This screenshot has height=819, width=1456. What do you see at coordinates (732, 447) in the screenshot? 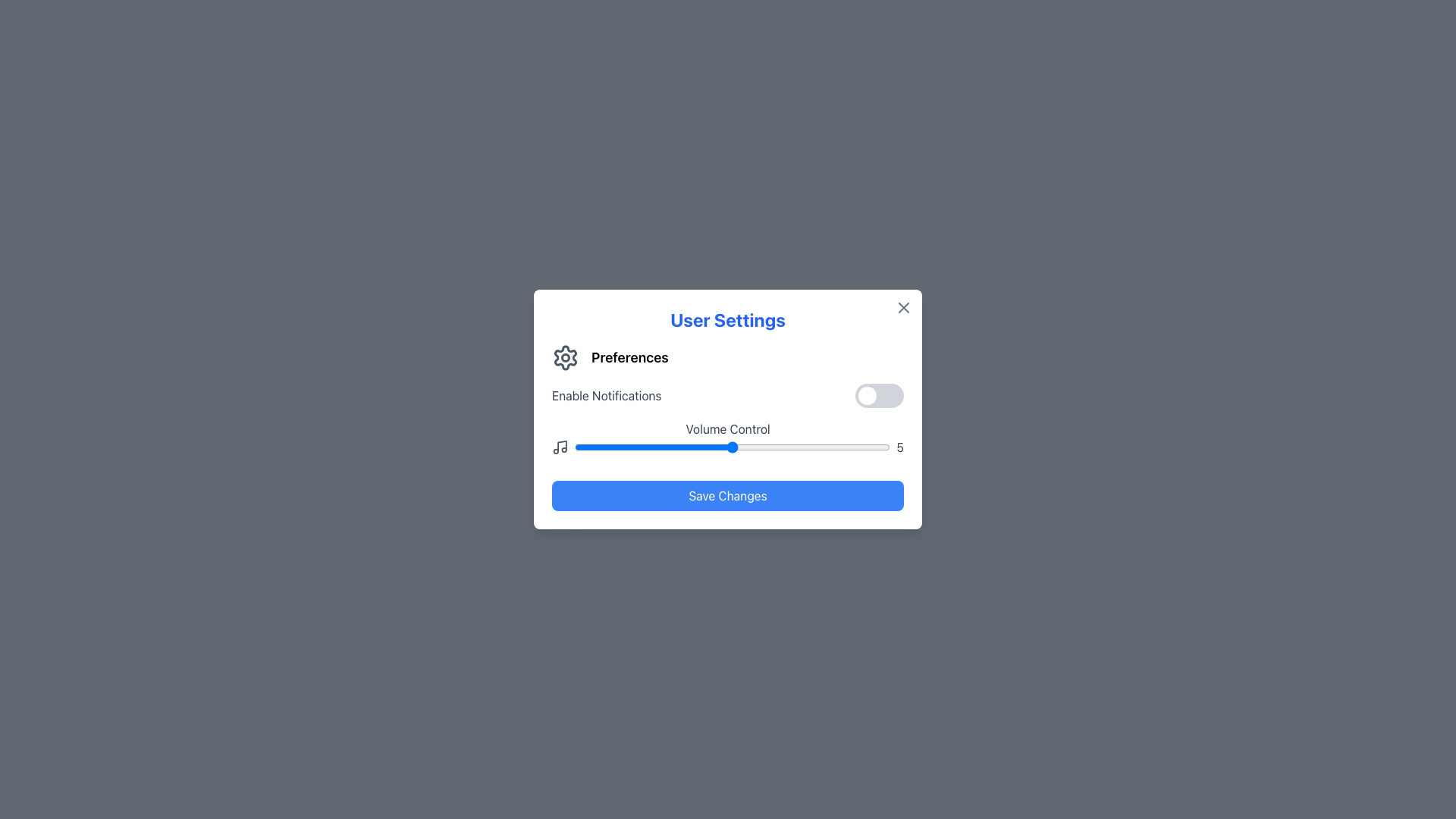
I see `the volume level` at bounding box center [732, 447].